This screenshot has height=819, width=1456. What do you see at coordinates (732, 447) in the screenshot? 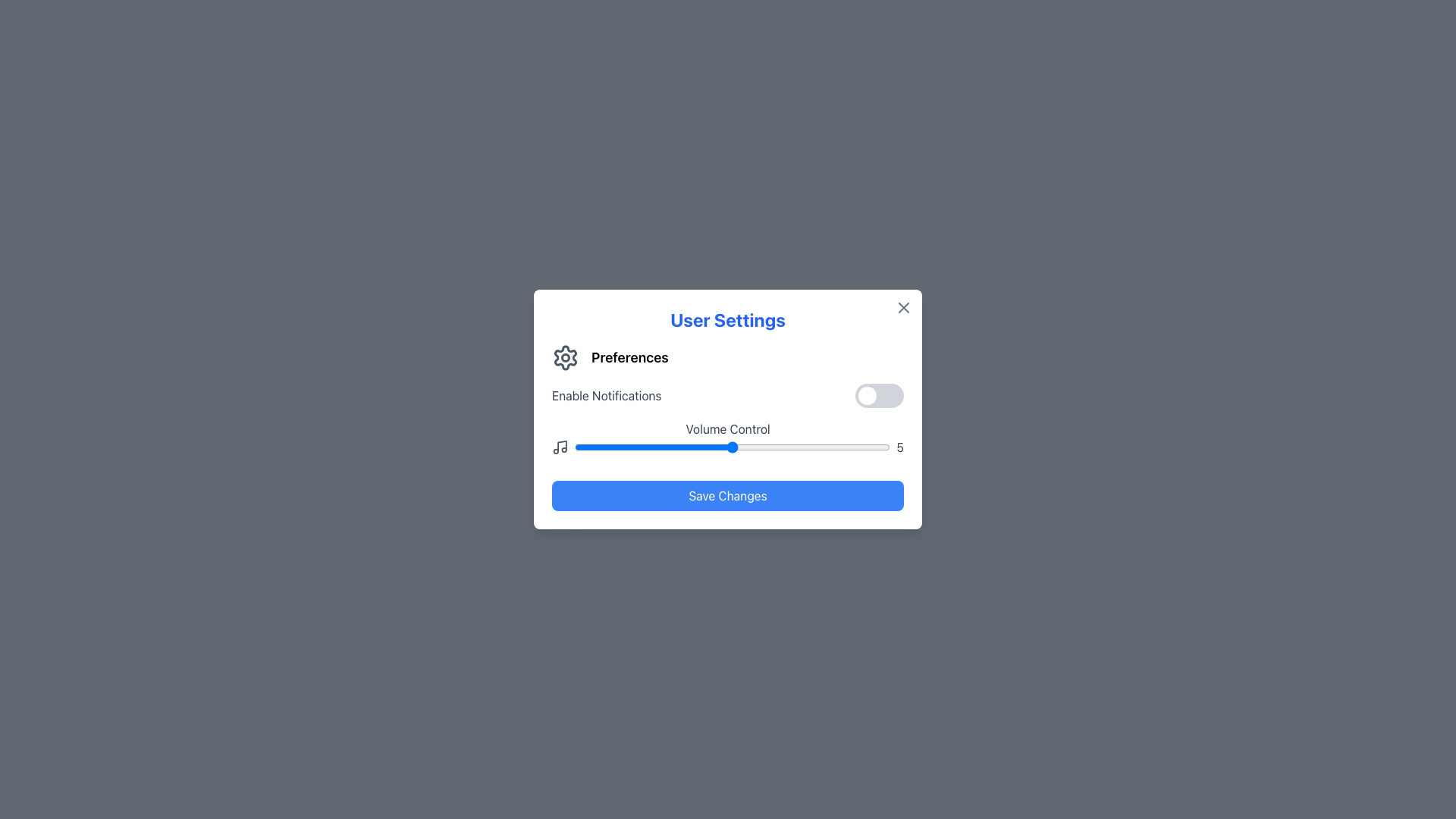
I see `the volume level` at bounding box center [732, 447].